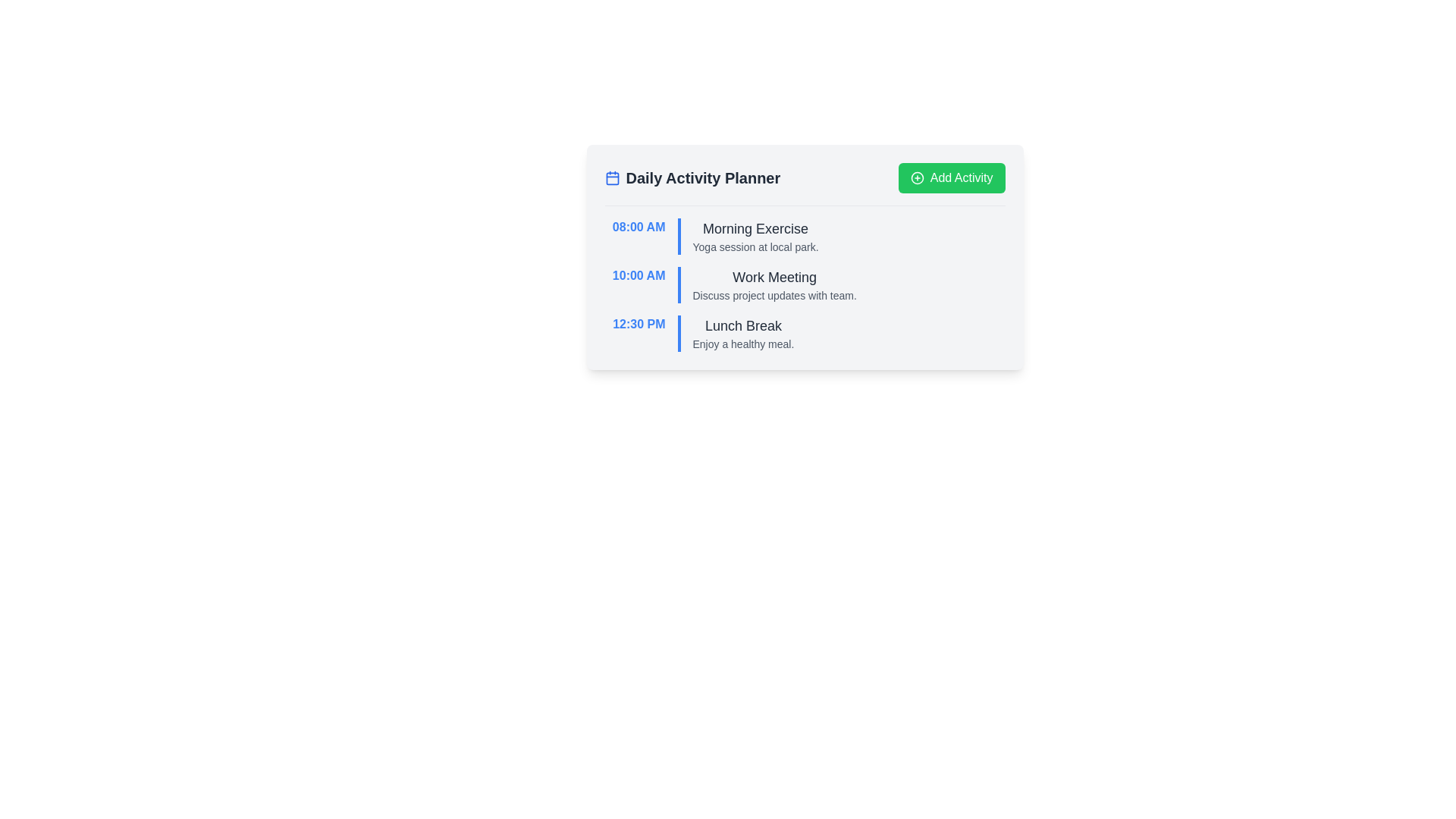 The height and width of the screenshot is (819, 1456). Describe the element at coordinates (736, 332) in the screenshot. I see `text content of the informational panel that provides details about the 'Lunch Break' scheduled activity, located to the right of the time '12:30 PM'` at that location.